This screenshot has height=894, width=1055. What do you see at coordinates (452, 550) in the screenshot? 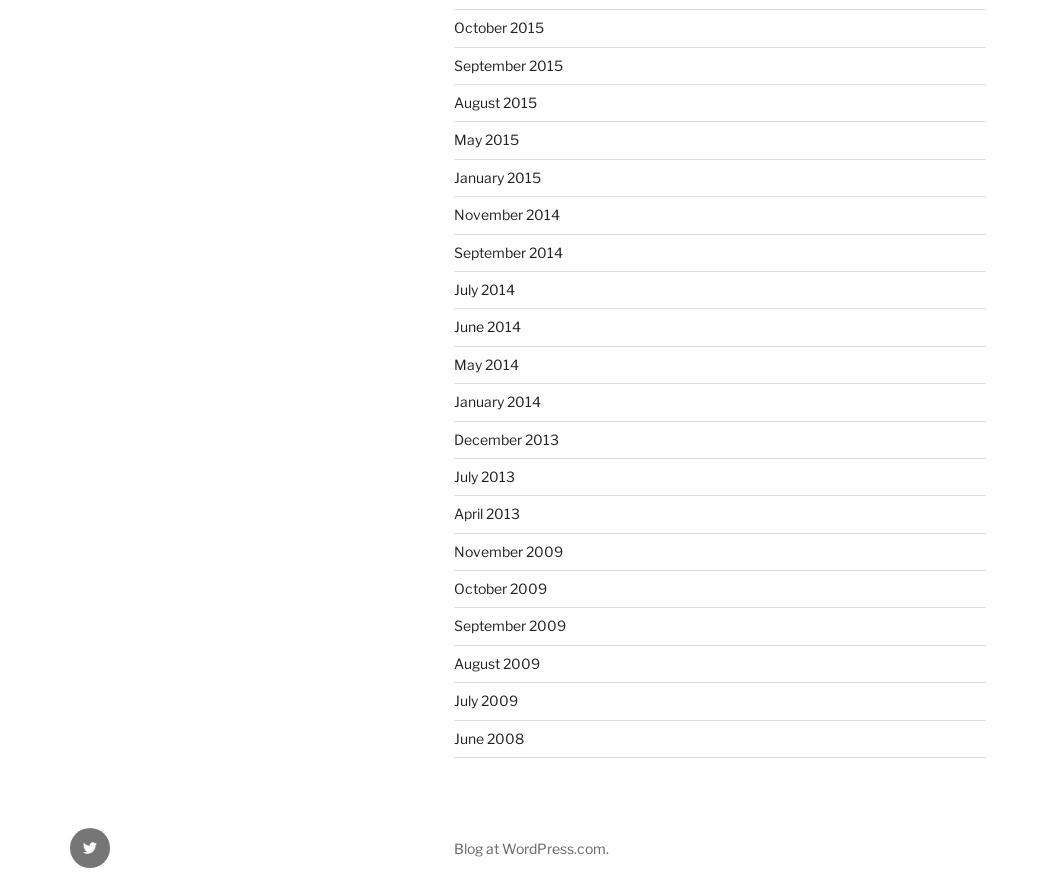
I see `'November 2009'` at bounding box center [452, 550].